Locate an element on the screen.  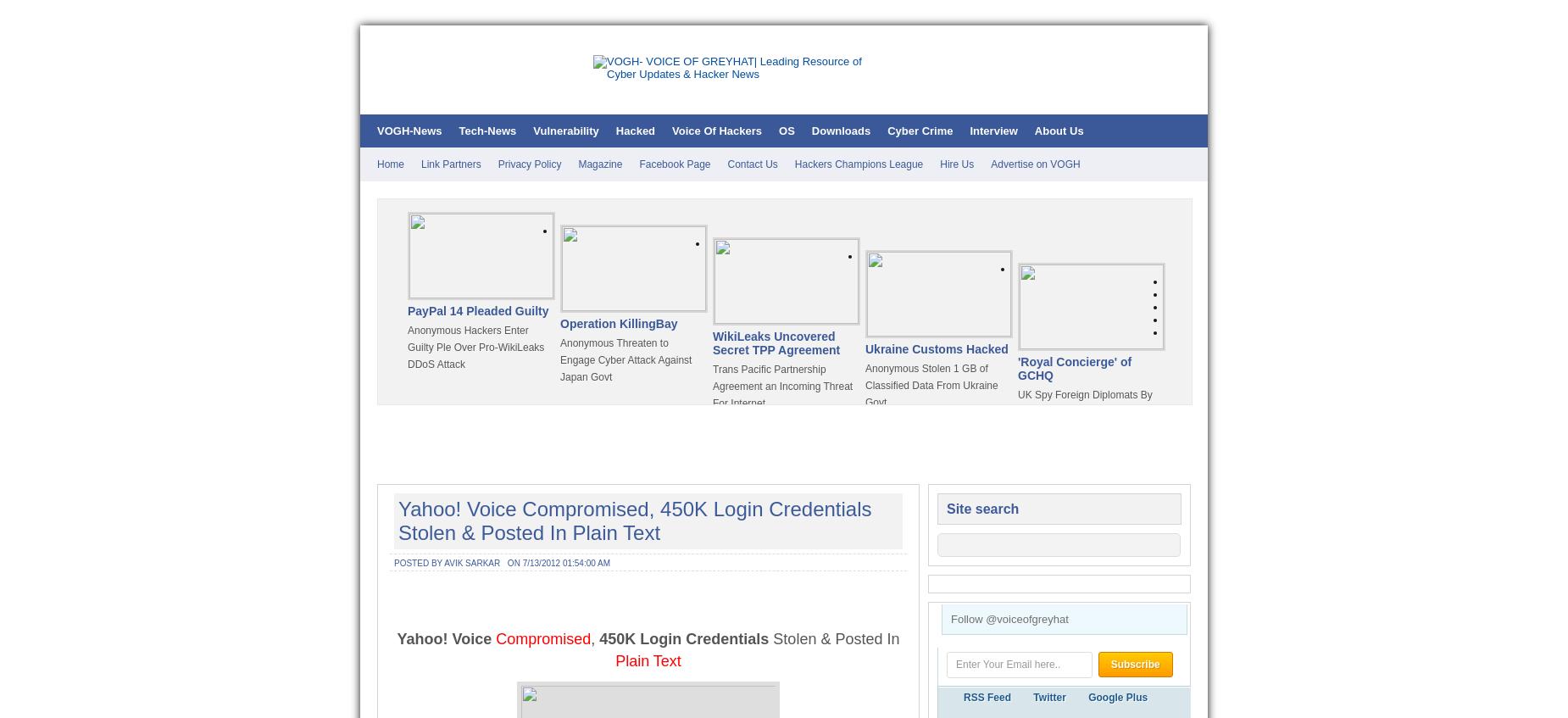
'450K Login Credentials' is located at coordinates (599, 637).